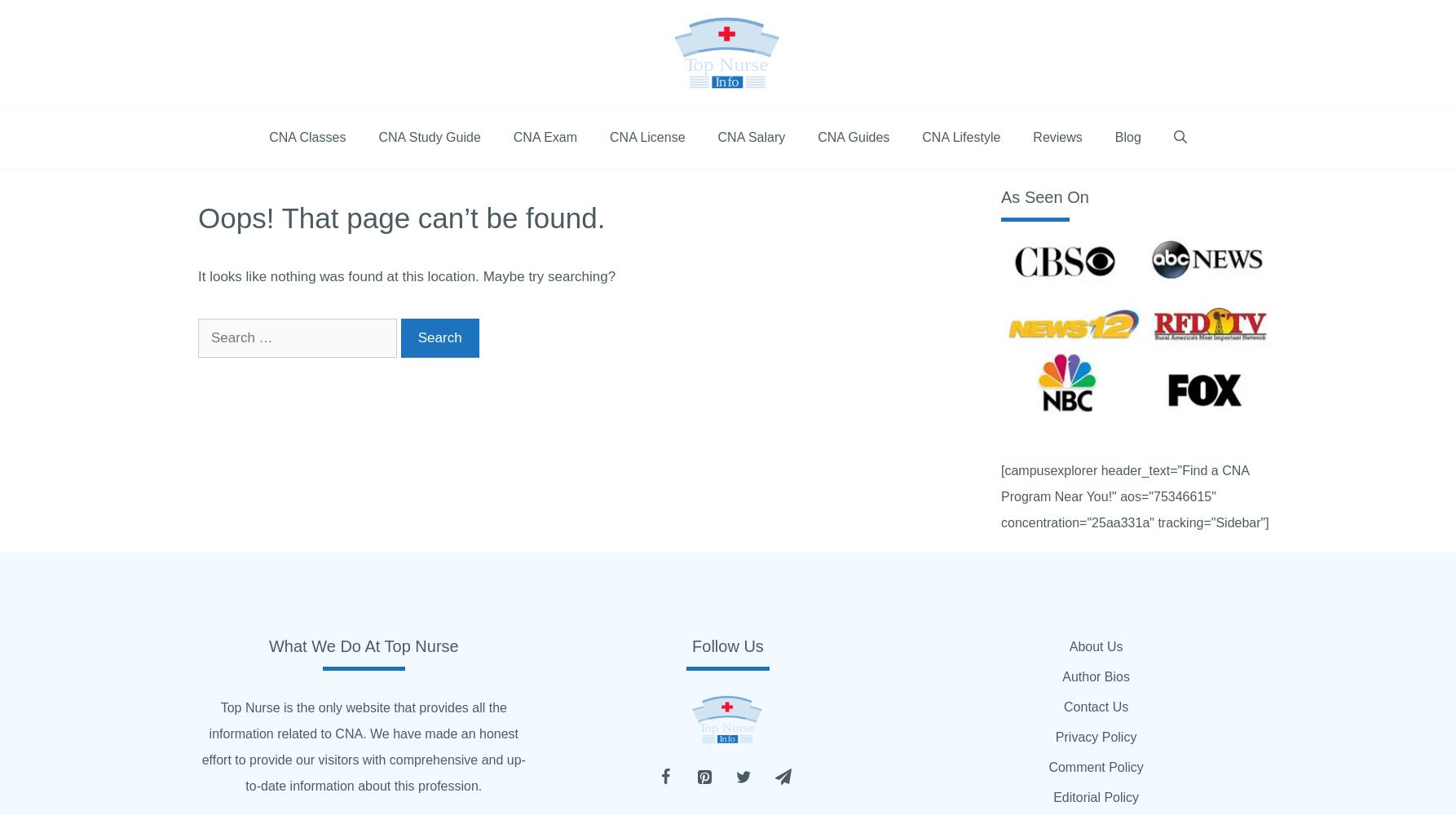 This screenshot has width=1456, height=815. Describe the element at coordinates (1032, 137) in the screenshot. I see `'Reviews'` at that location.